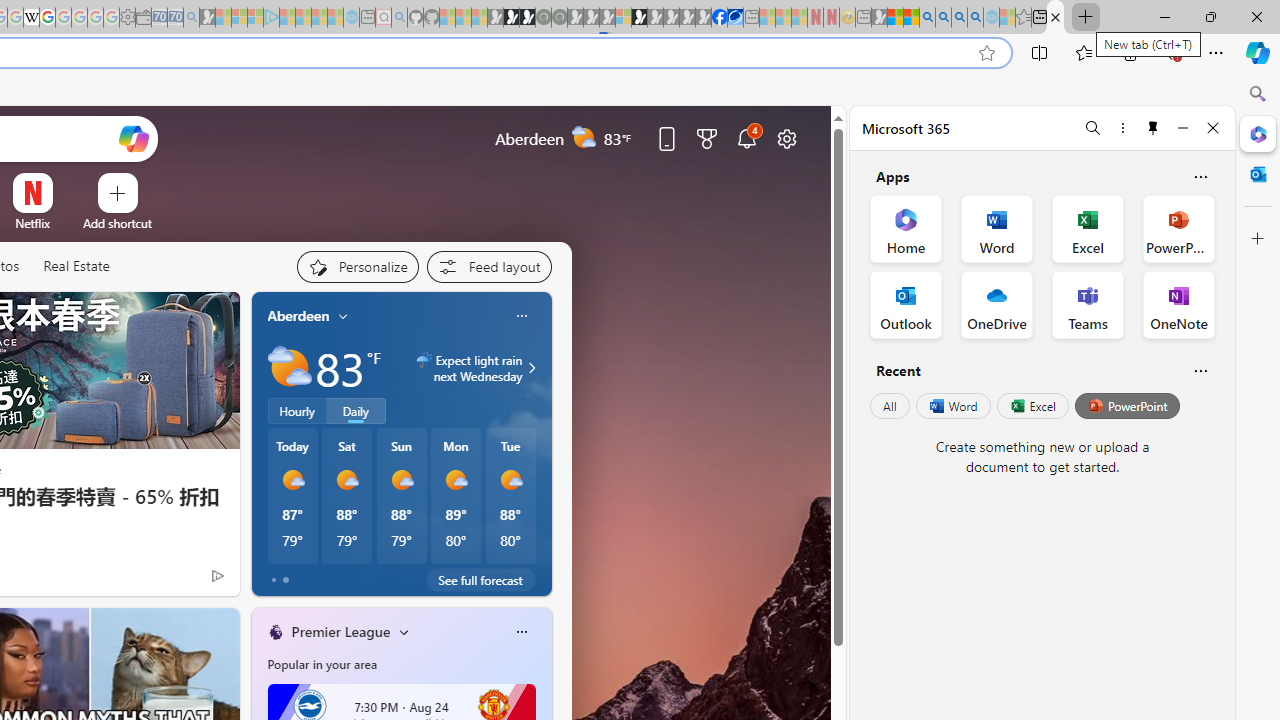 This screenshot has height=720, width=1280. What do you see at coordinates (511, 17) in the screenshot?
I see `'Play Zoo Boom in your browser | Games from Microsoft Start'` at bounding box center [511, 17].